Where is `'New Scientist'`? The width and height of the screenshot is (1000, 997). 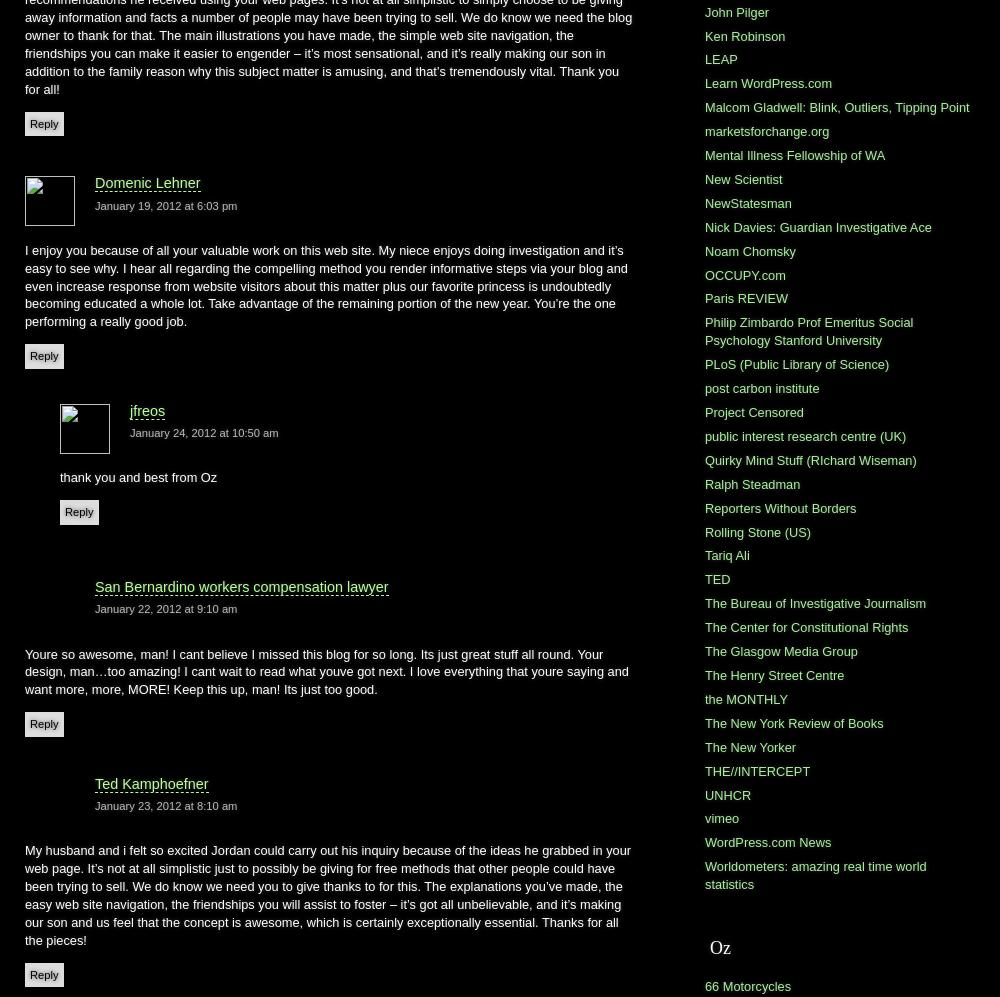 'New Scientist' is located at coordinates (742, 177).